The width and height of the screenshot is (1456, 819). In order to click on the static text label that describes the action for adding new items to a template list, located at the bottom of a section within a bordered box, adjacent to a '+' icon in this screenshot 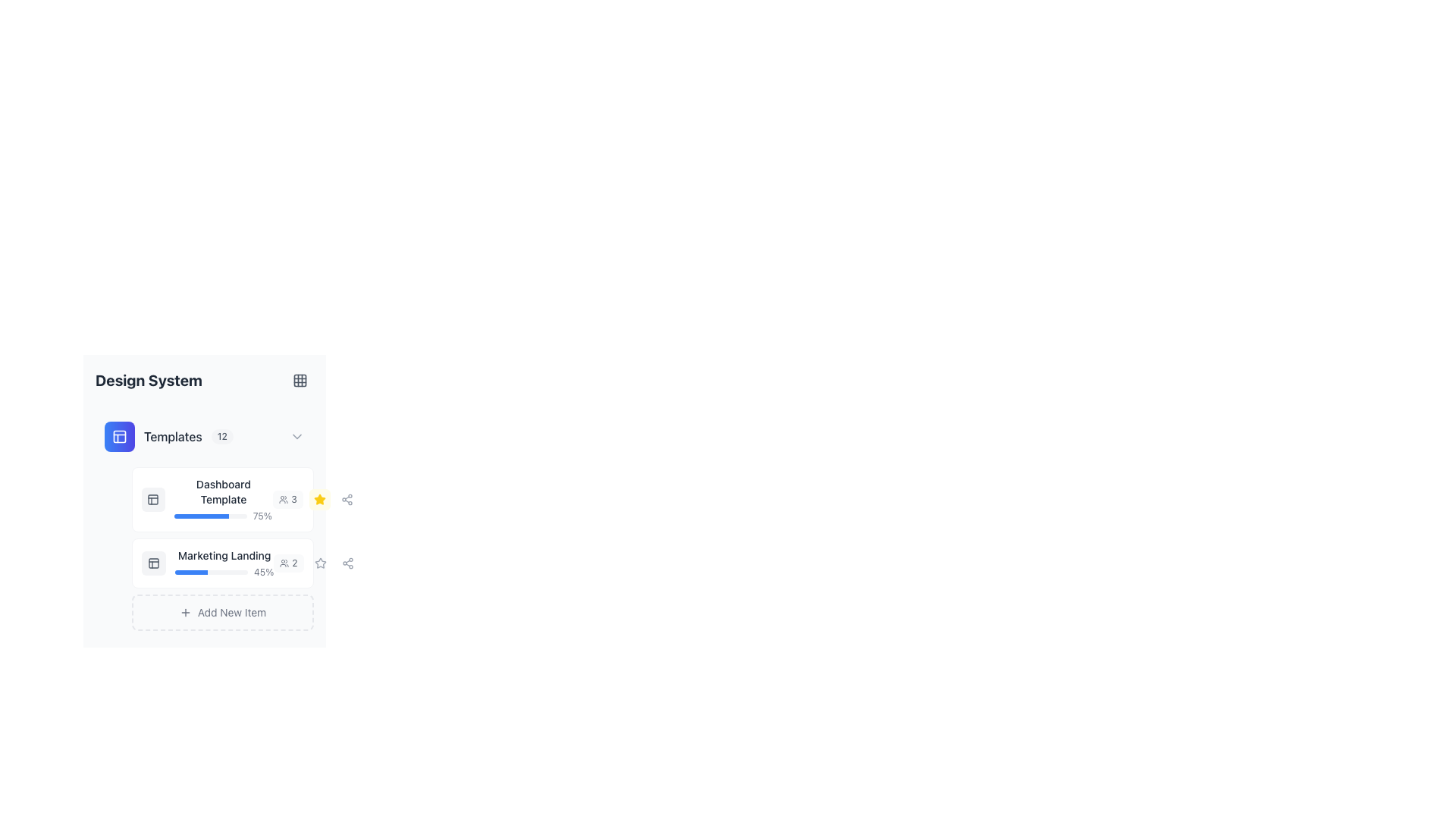, I will do `click(231, 611)`.